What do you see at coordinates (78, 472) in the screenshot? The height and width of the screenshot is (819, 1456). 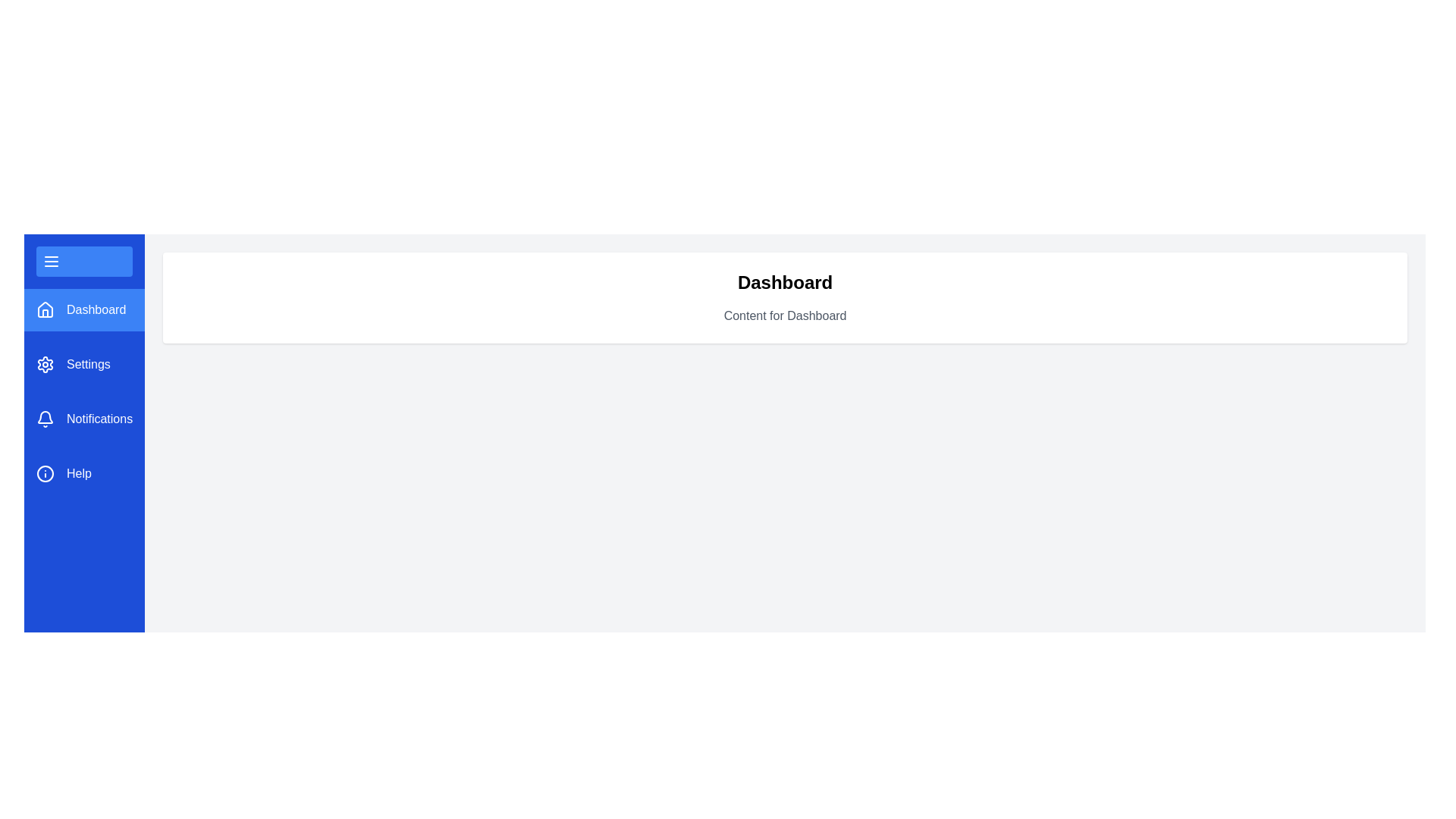 I see `text label displaying the word 'Help' which is styled with white text on a blue background, positioned to the right of an information icon at the bottom of the vertical navigation bar` at bounding box center [78, 472].